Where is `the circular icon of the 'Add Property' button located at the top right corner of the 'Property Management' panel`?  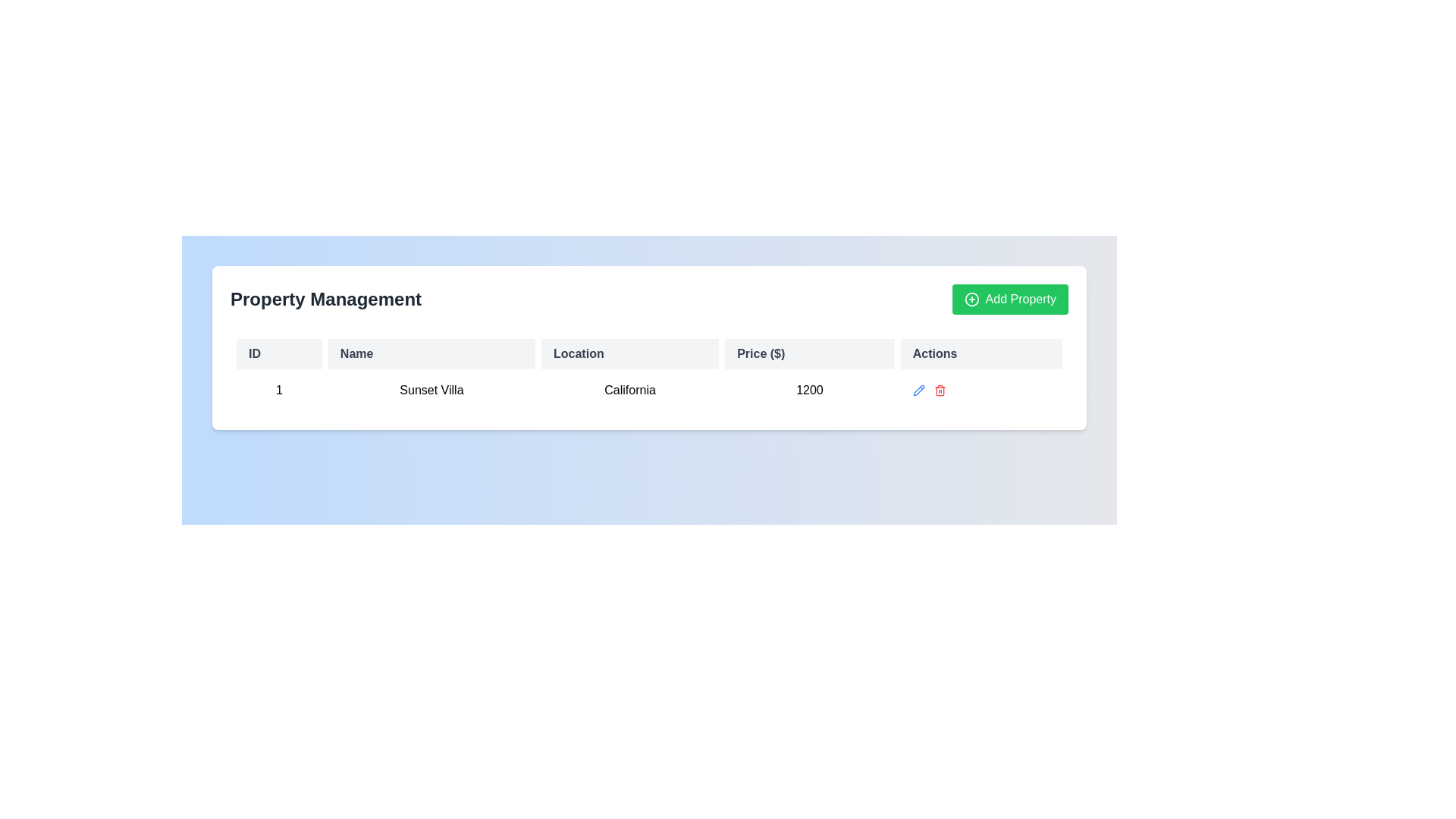 the circular icon of the 'Add Property' button located at the top right corner of the 'Property Management' panel is located at coordinates (971, 299).